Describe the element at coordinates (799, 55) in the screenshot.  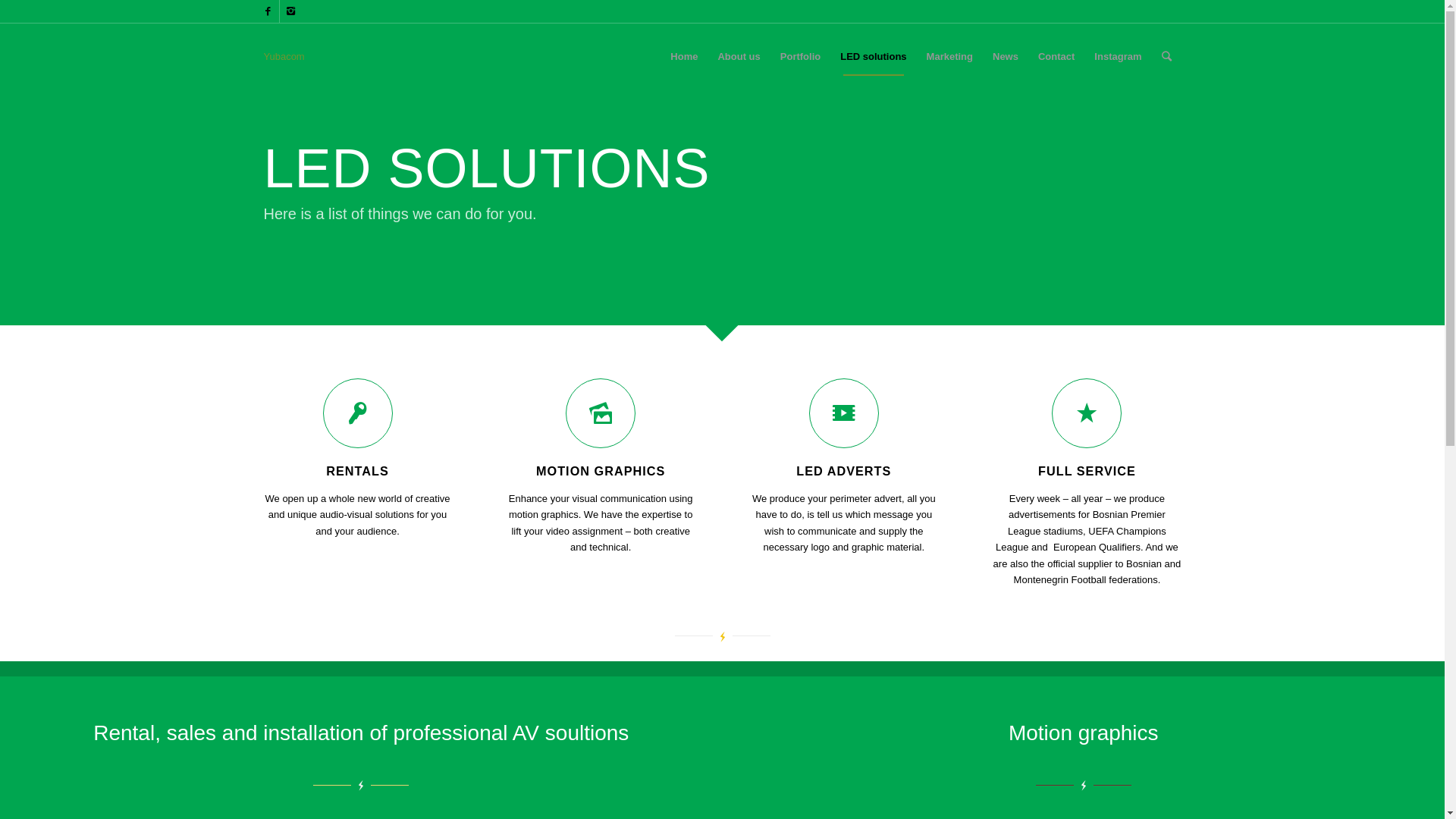
I see `'Portfolio'` at that location.